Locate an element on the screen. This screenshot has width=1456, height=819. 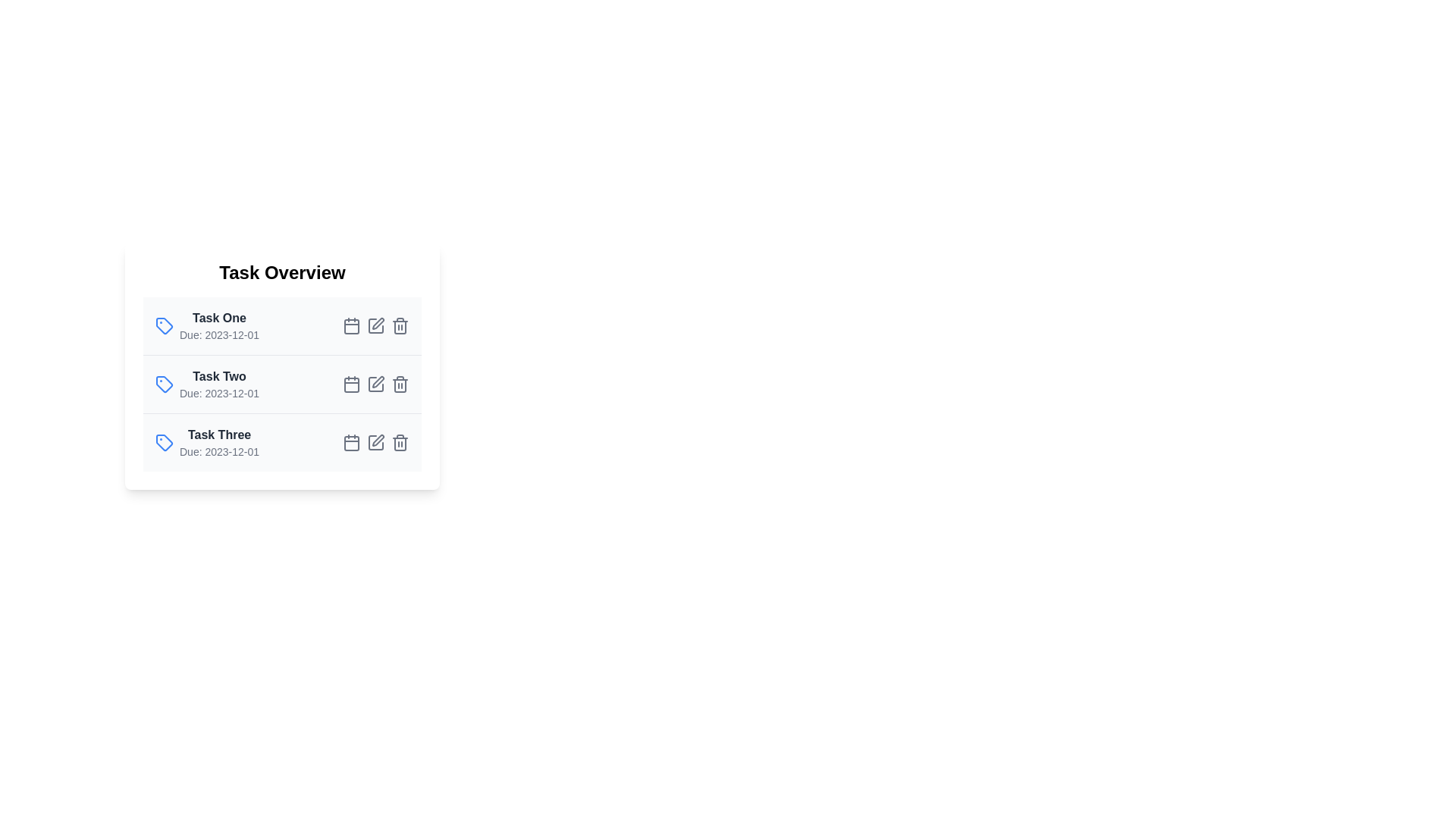
the task item labeled 'Task One' with the due date 'Due: 2023-12-01' is located at coordinates (206, 325).